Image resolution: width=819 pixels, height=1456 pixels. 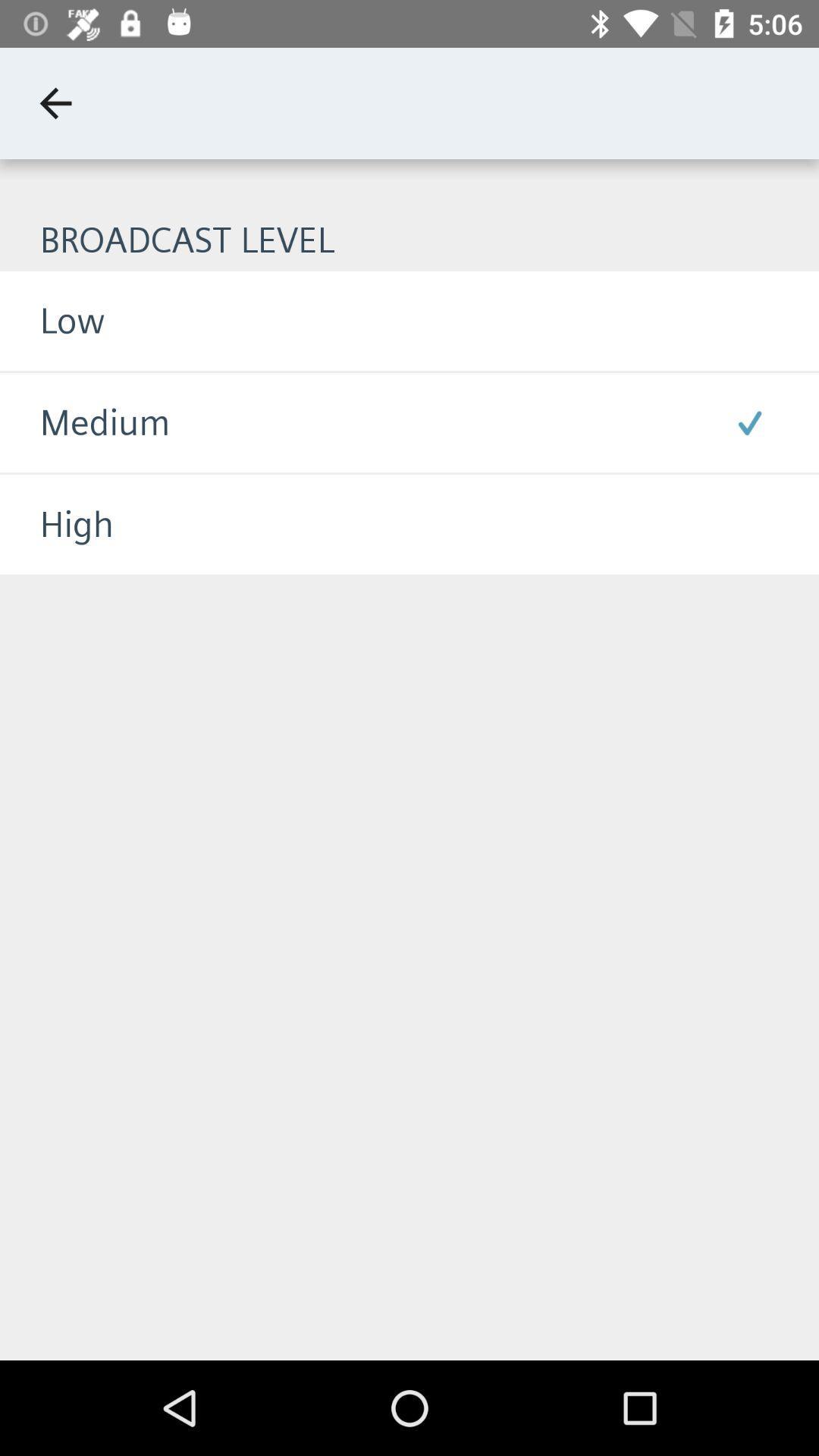 I want to click on icon above the high icon, so click(x=85, y=422).